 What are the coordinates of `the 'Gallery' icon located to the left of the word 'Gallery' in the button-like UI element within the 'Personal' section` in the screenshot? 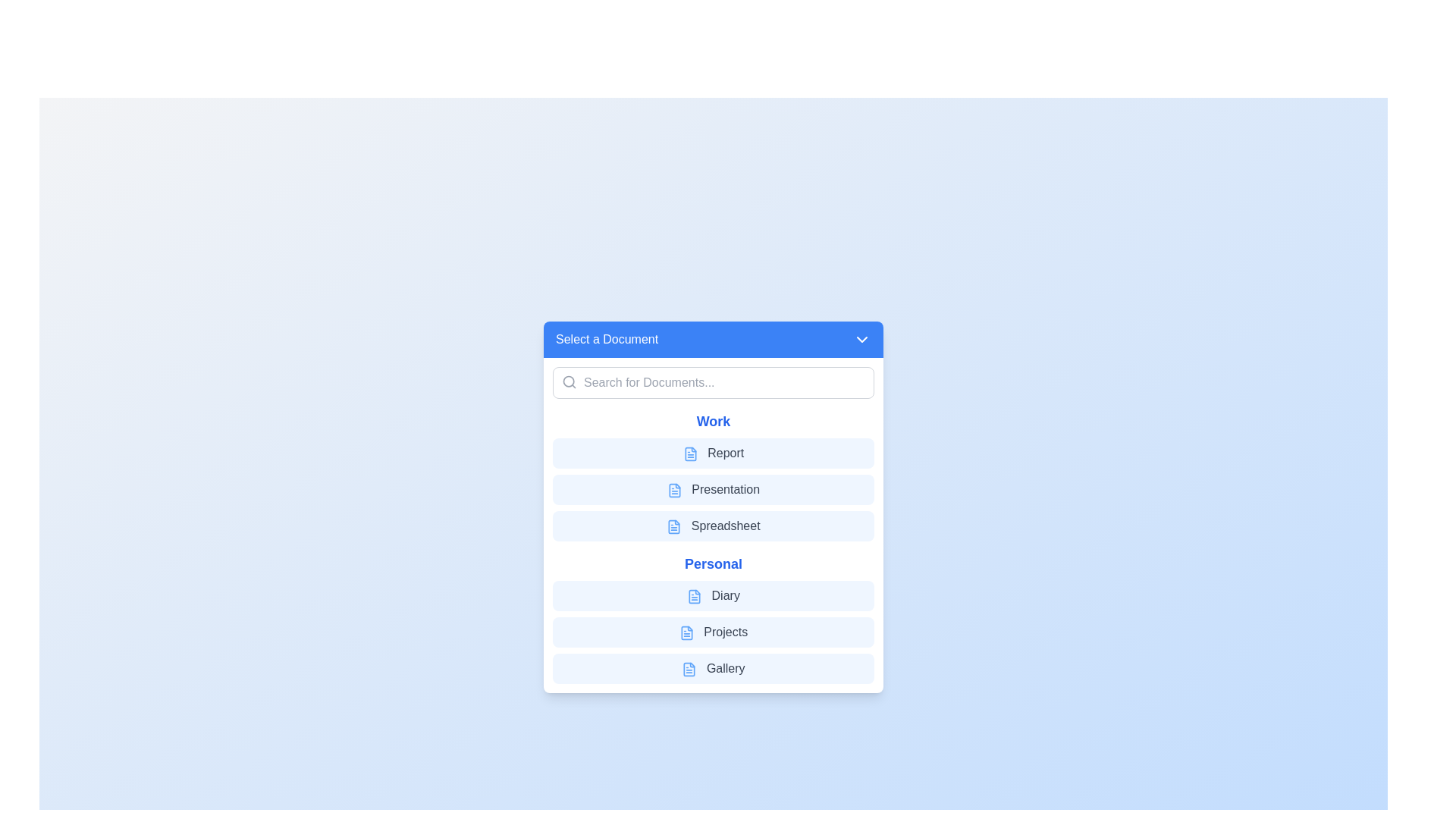 It's located at (689, 668).